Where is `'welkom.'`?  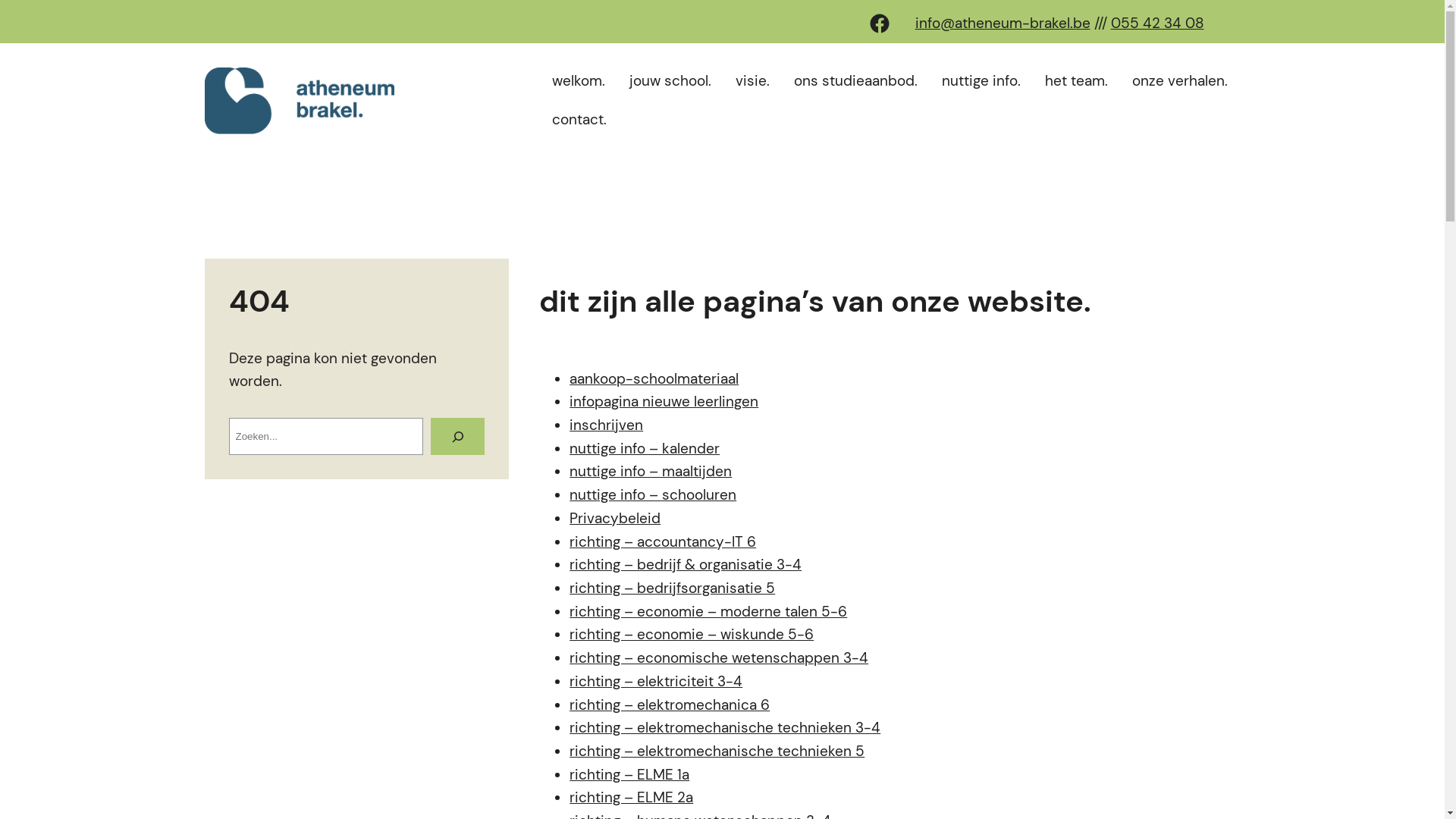
'welkom.' is located at coordinates (578, 81).